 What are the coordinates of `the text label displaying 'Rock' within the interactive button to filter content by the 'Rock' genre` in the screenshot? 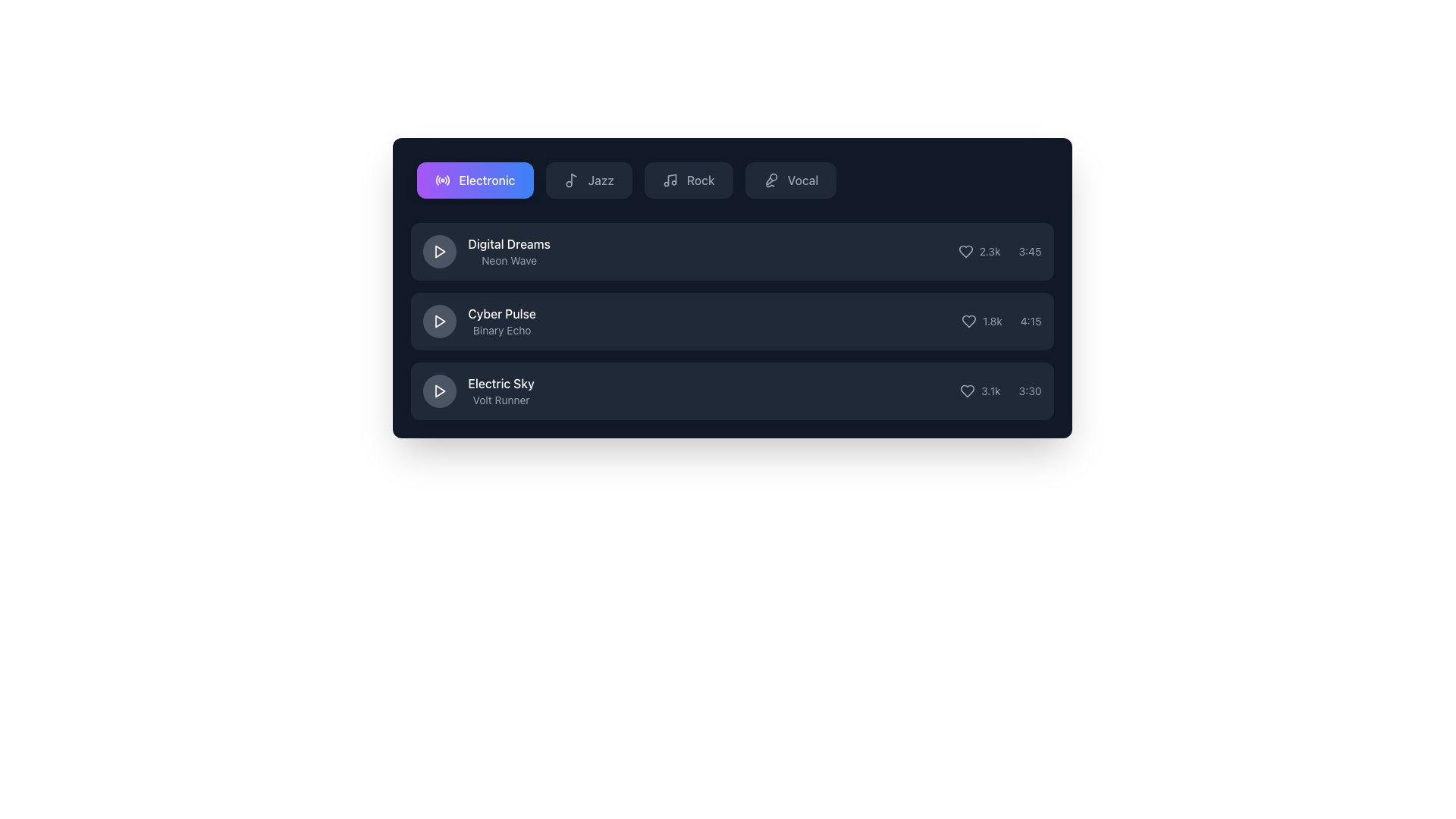 It's located at (700, 180).